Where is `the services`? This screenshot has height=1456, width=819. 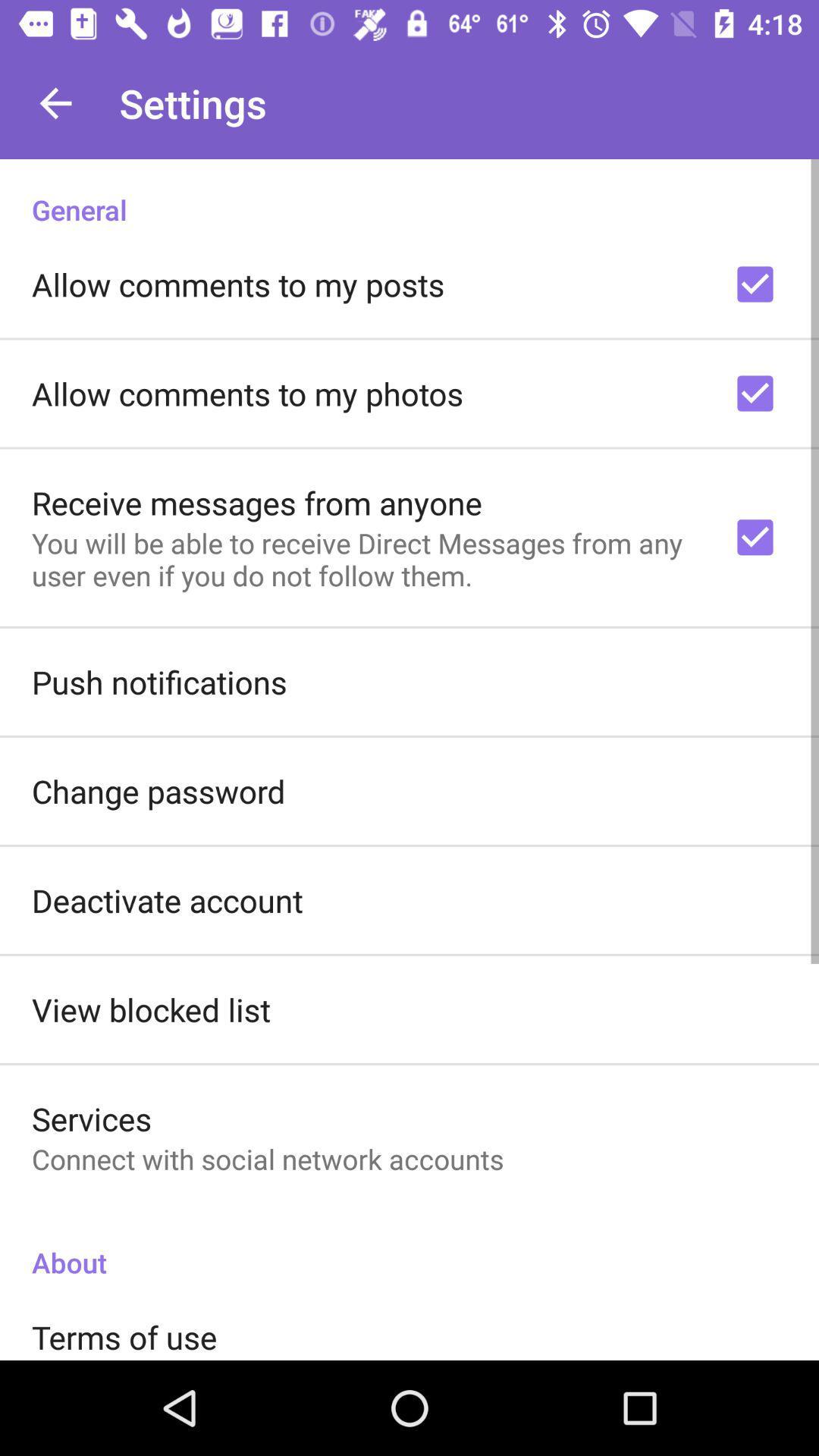
the services is located at coordinates (92, 1119).